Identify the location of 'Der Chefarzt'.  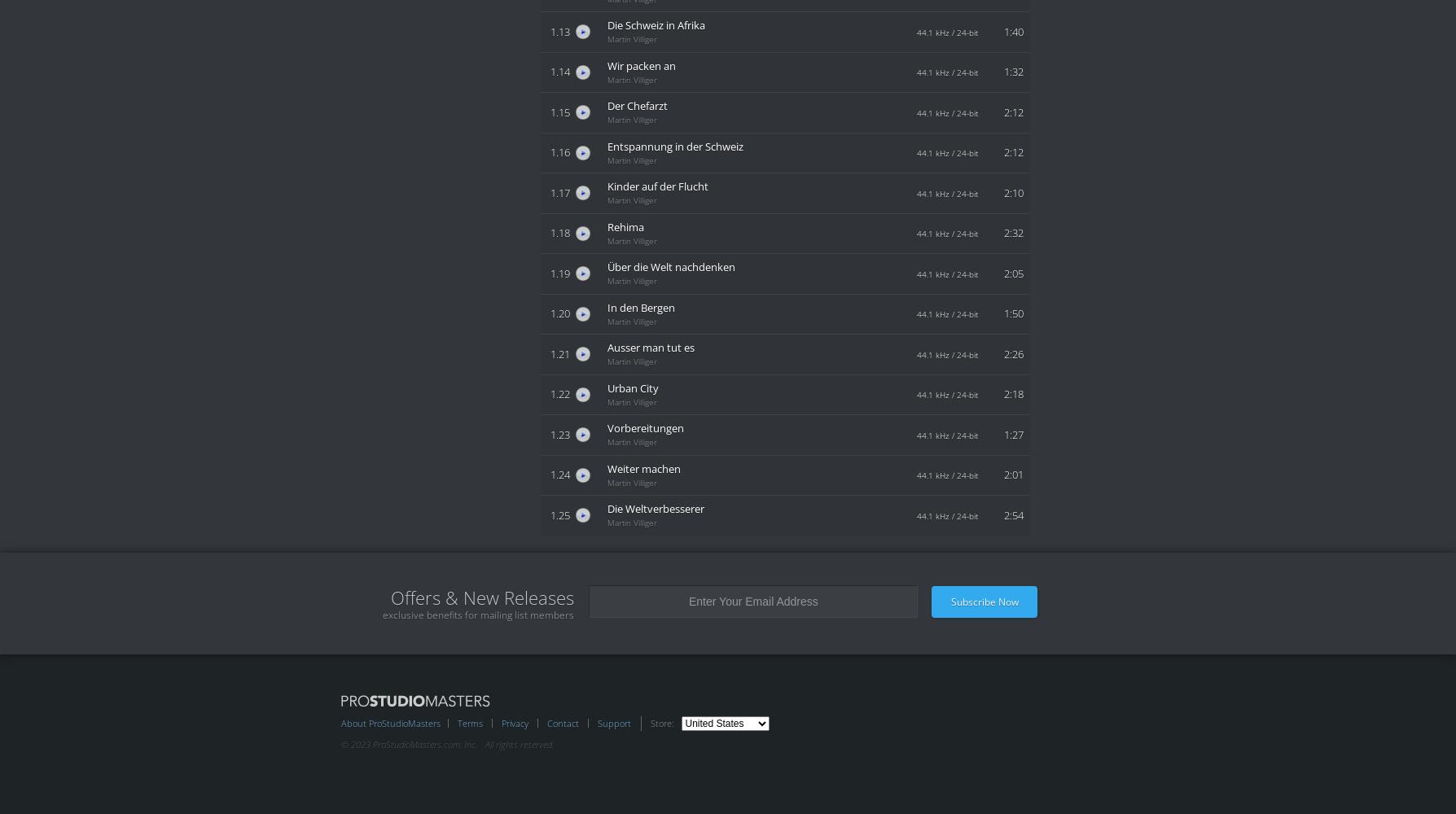
(636, 106).